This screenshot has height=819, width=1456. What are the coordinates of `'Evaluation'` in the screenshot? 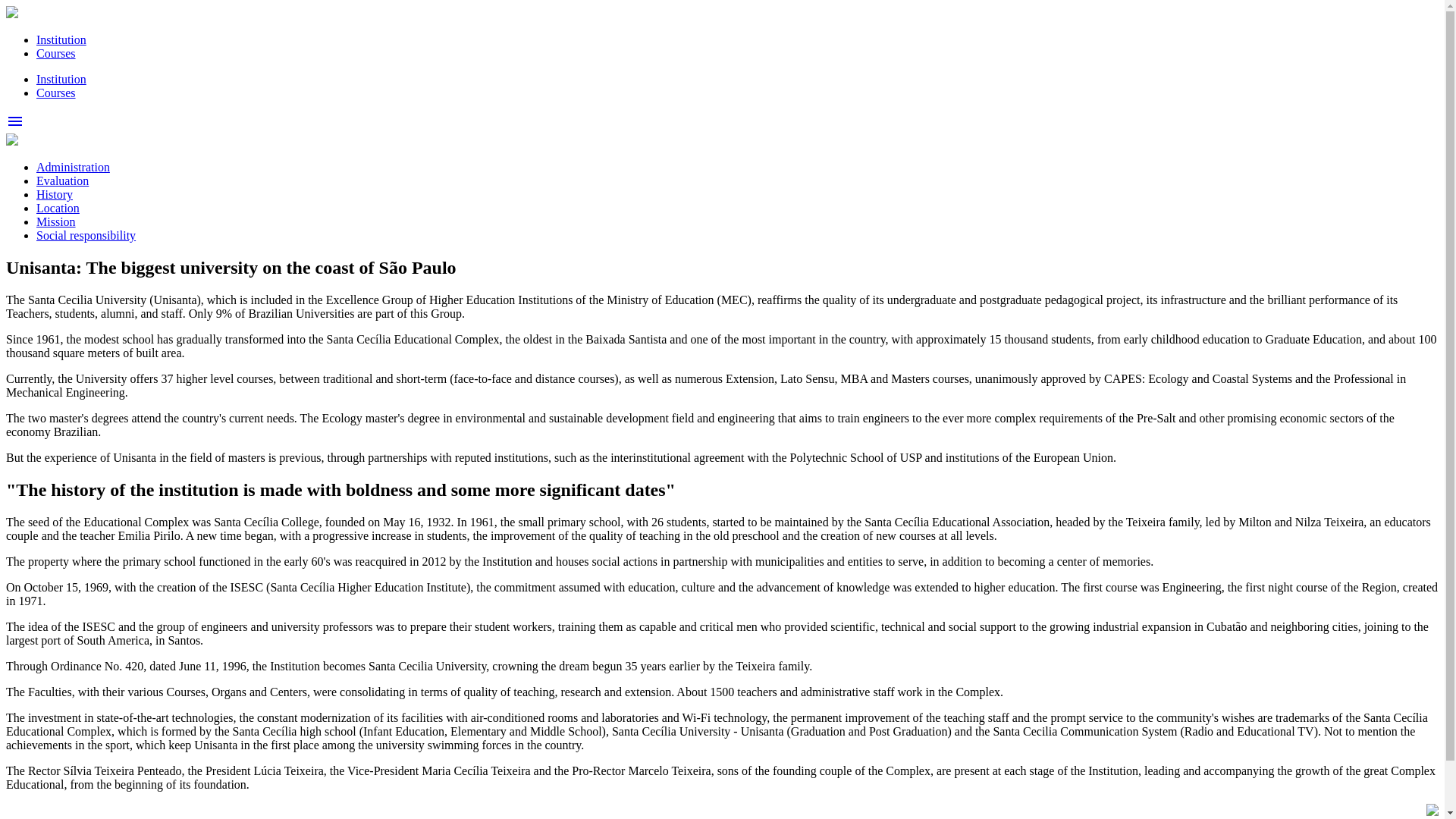 It's located at (61, 180).